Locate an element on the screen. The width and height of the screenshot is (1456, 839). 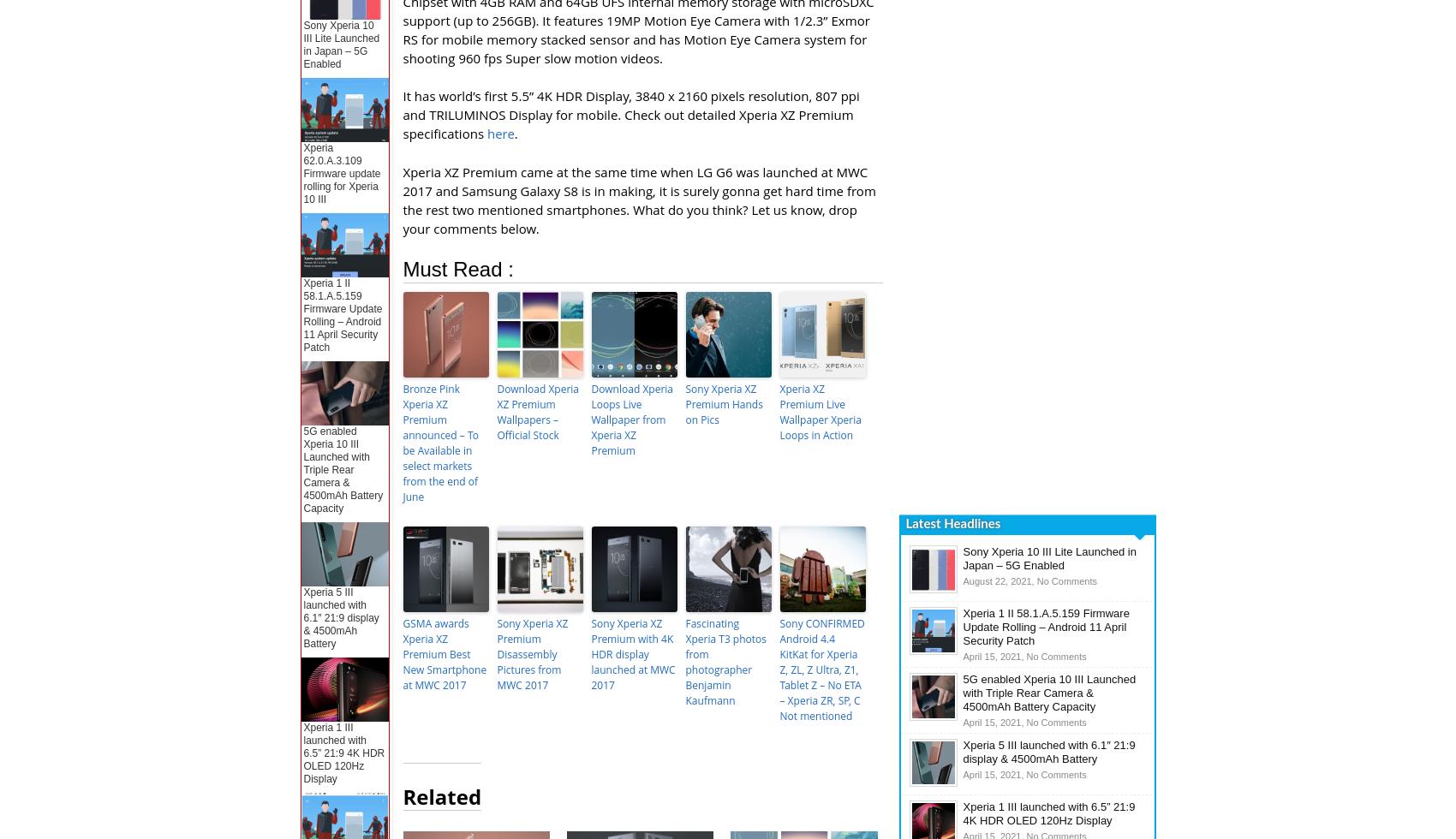
'Sony Xperia XZ Premium with 4K HDR display launched at MWC 2017' is located at coordinates (632, 654).